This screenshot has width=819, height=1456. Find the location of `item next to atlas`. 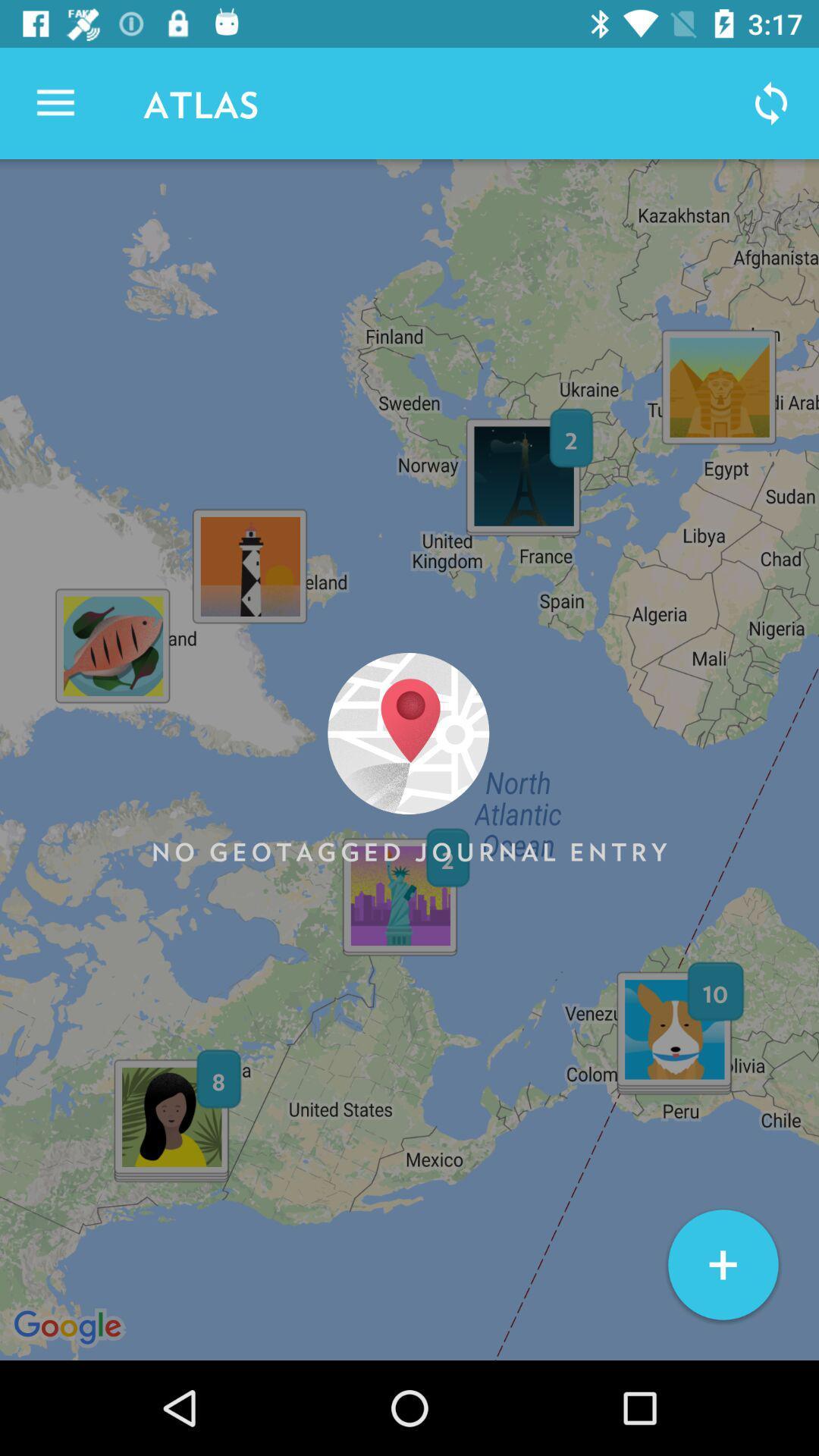

item next to atlas is located at coordinates (55, 102).